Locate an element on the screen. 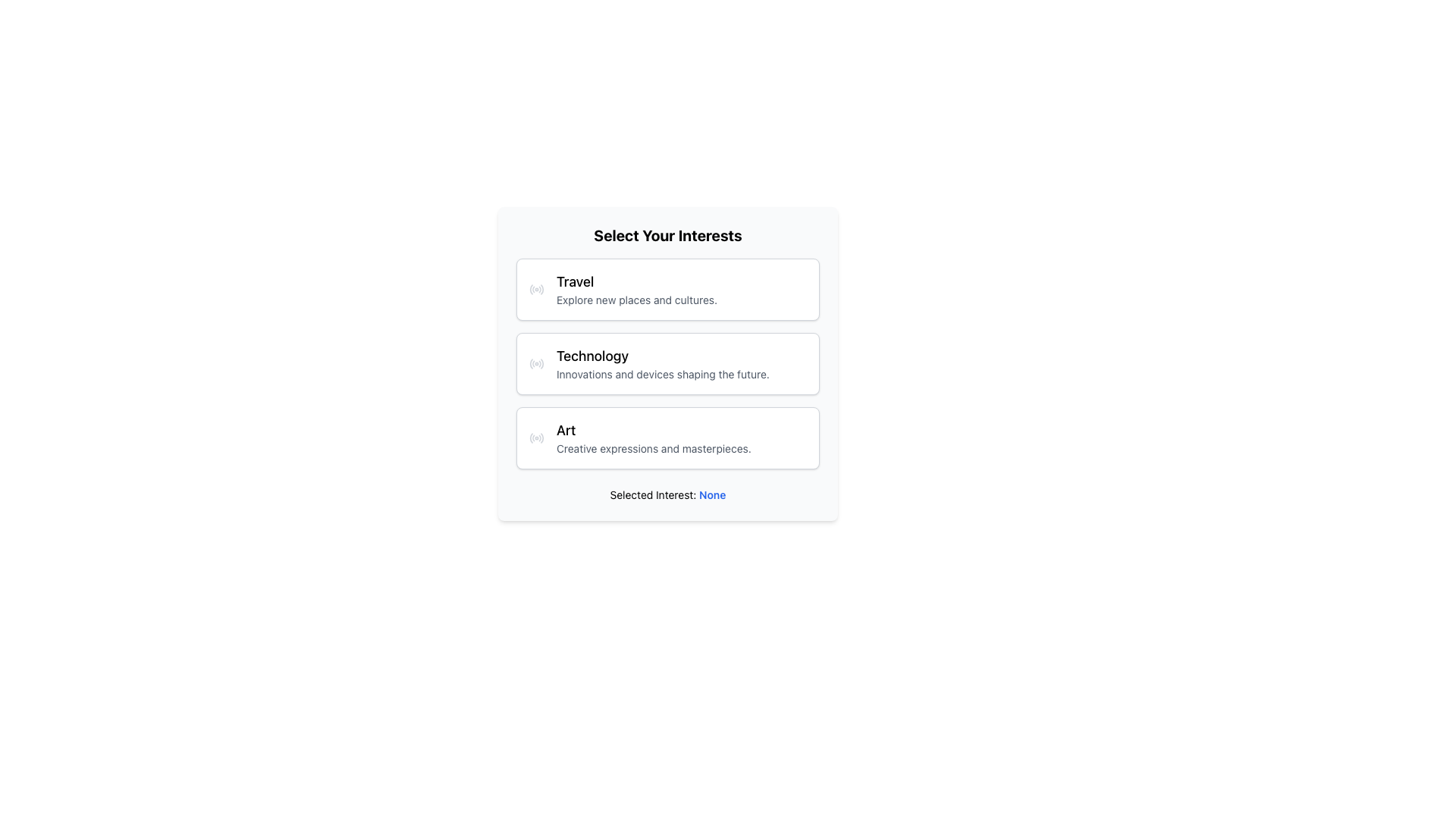 The width and height of the screenshot is (1456, 819). the rightmost curved line of the radio wave pattern in the SVG graphic icon, which is part of a grouped SVG element located left of the 'Technology' label is located at coordinates (542, 363).